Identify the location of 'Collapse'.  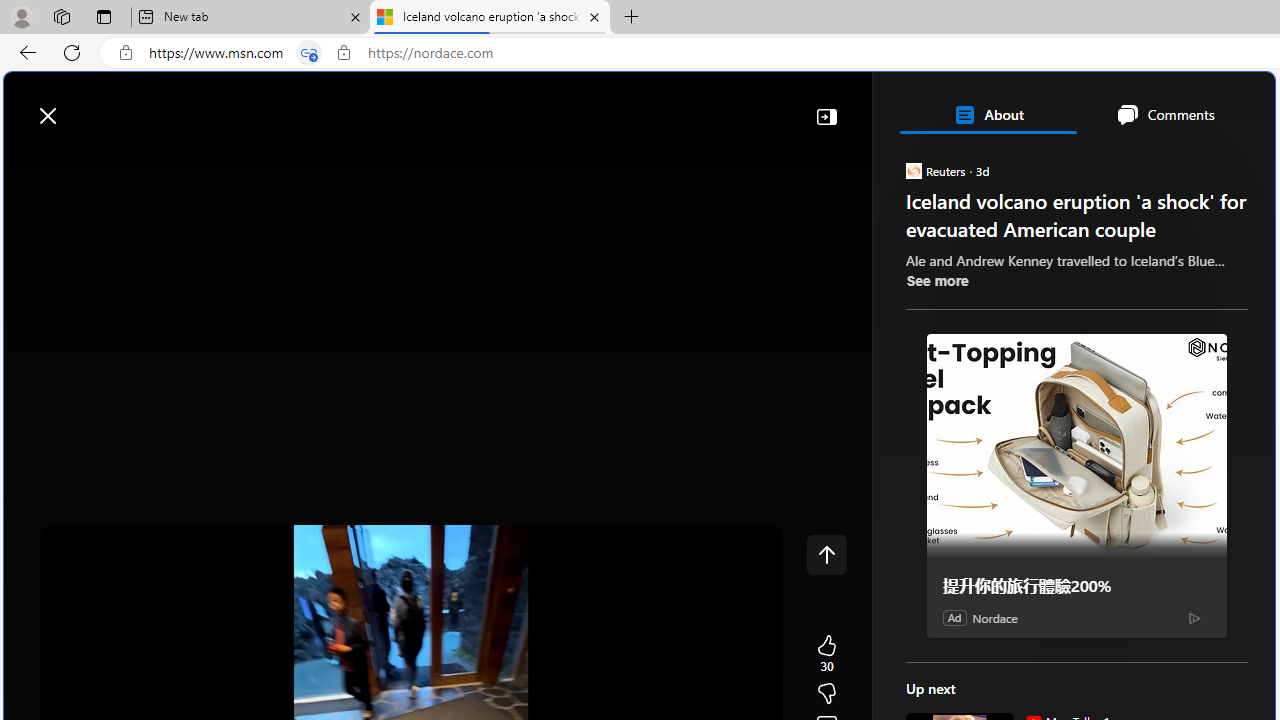
(826, 115).